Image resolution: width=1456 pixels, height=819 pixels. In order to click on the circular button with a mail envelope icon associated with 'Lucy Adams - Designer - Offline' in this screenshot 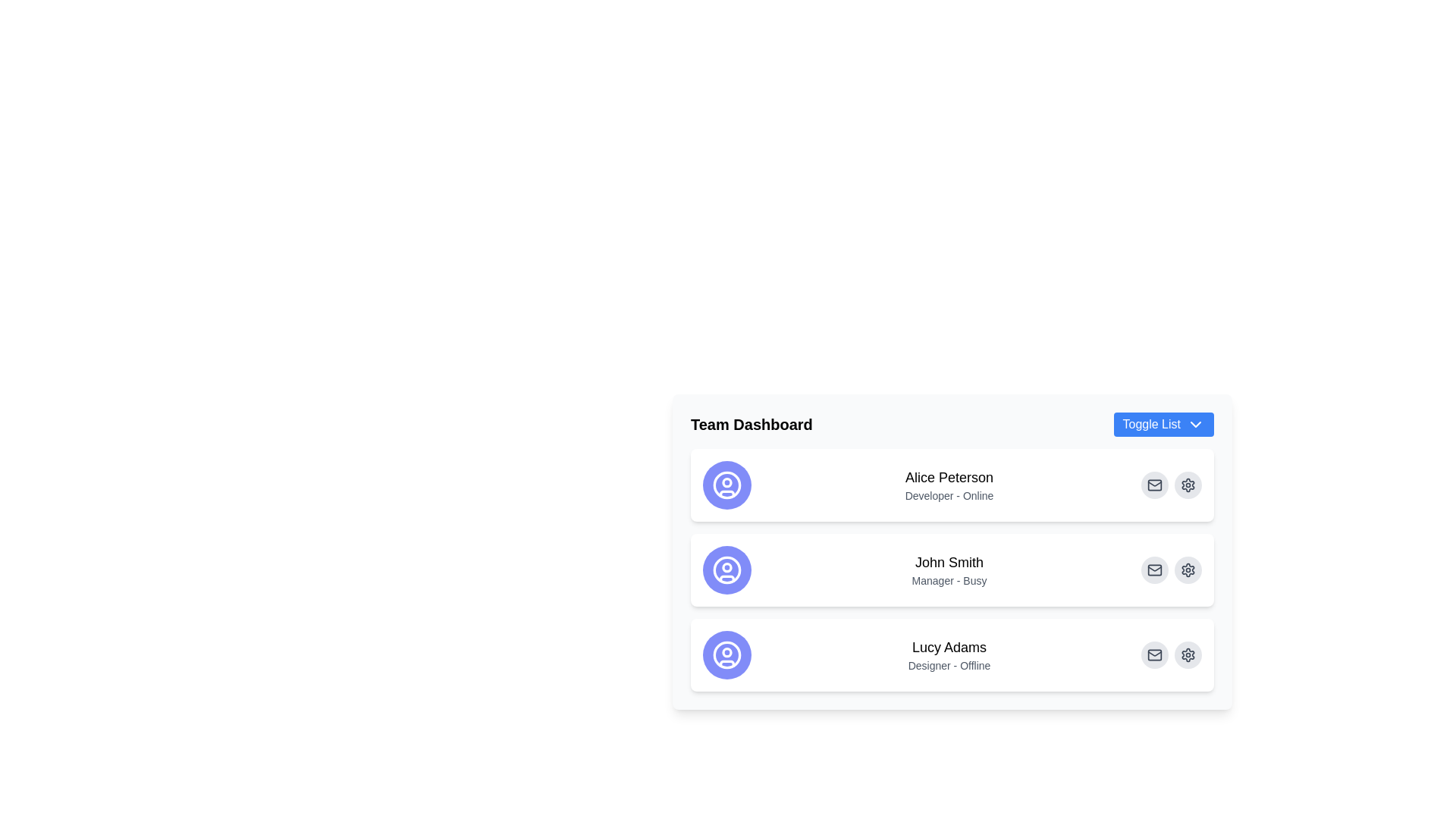, I will do `click(1153, 654)`.